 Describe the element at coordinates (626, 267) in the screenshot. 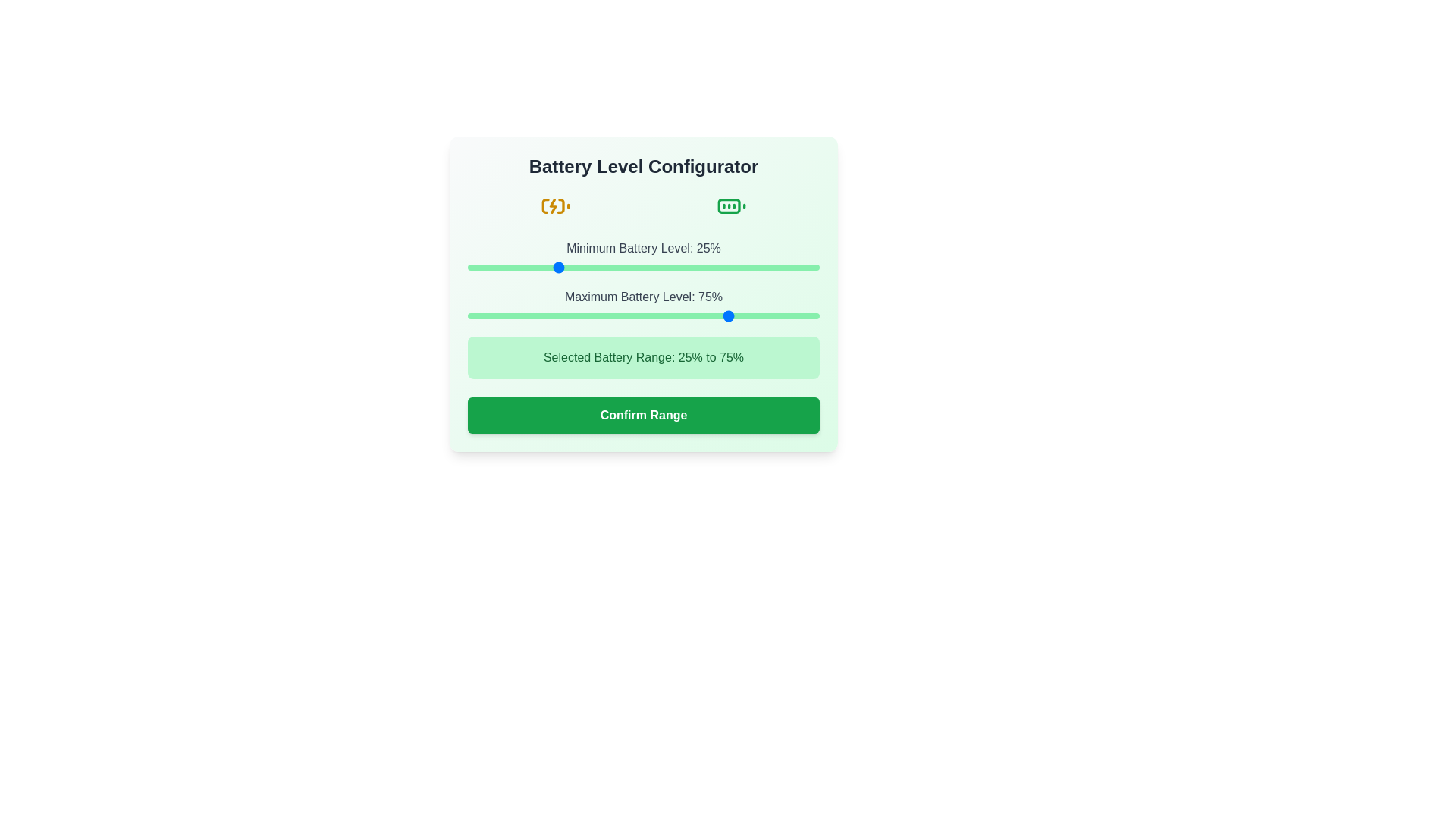

I see `the minimum battery level` at that location.